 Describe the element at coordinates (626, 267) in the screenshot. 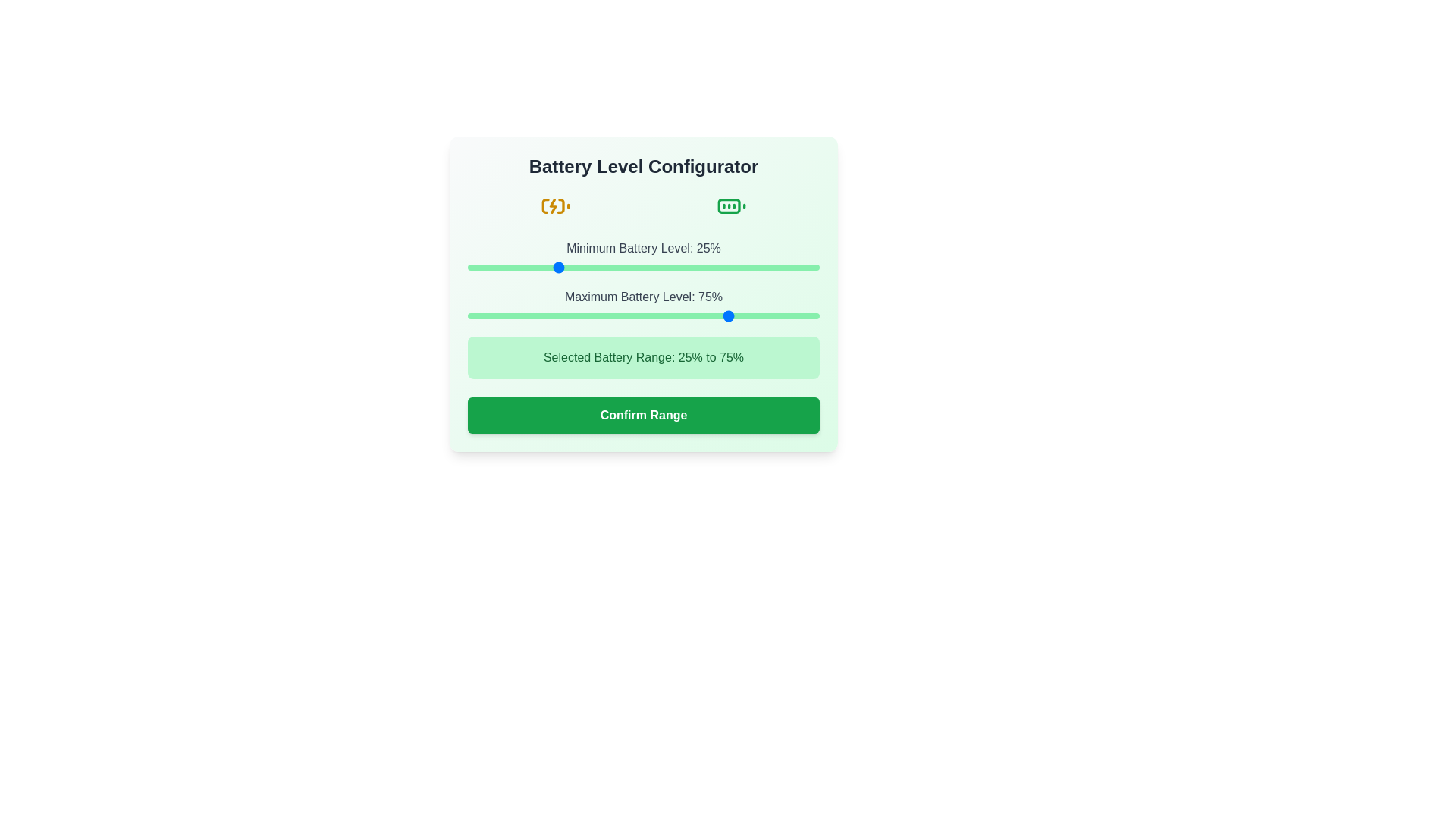

I see `the minimum battery level` at that location.